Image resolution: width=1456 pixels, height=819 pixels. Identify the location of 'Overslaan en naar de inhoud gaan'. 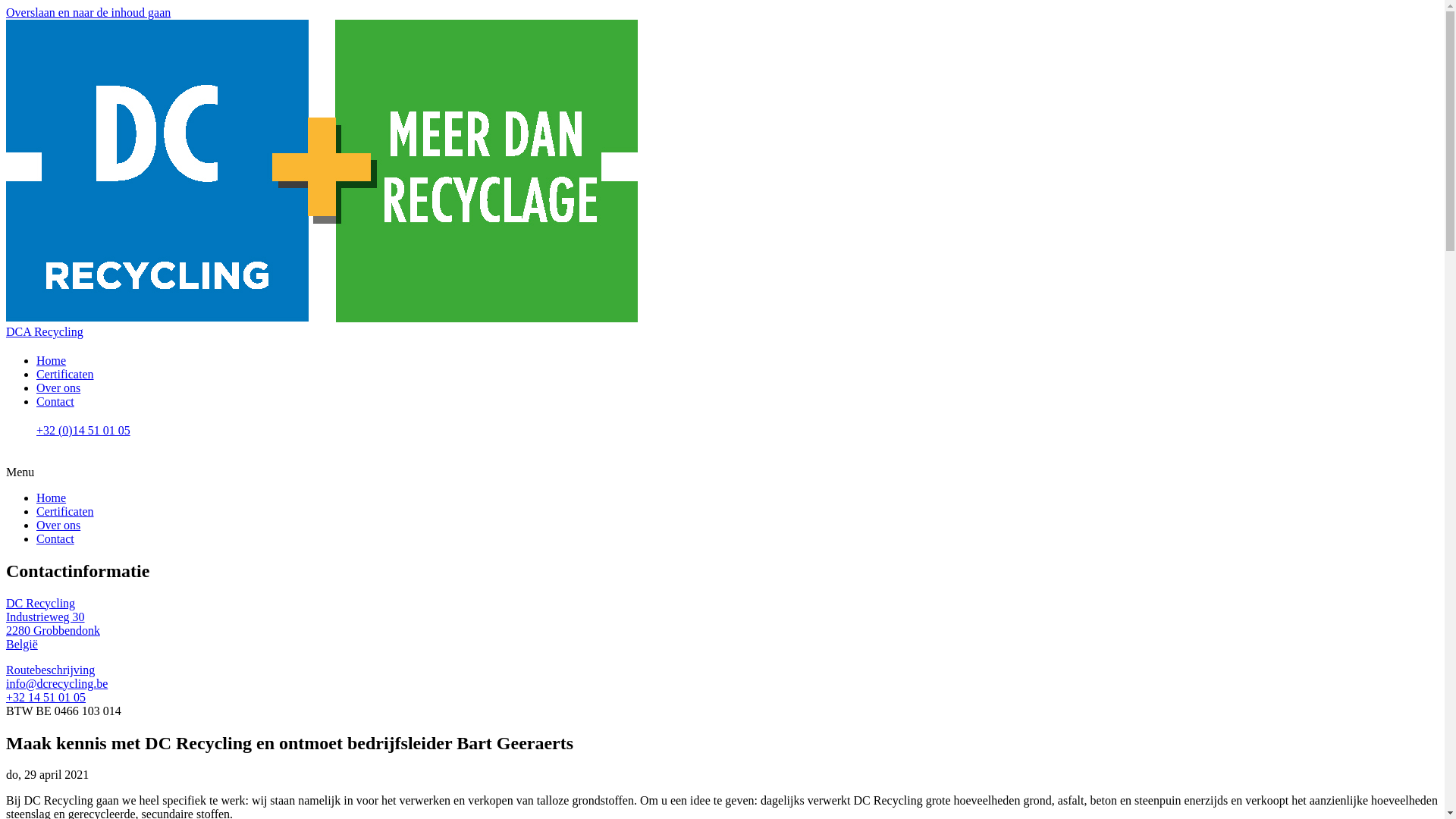
(87, 12).